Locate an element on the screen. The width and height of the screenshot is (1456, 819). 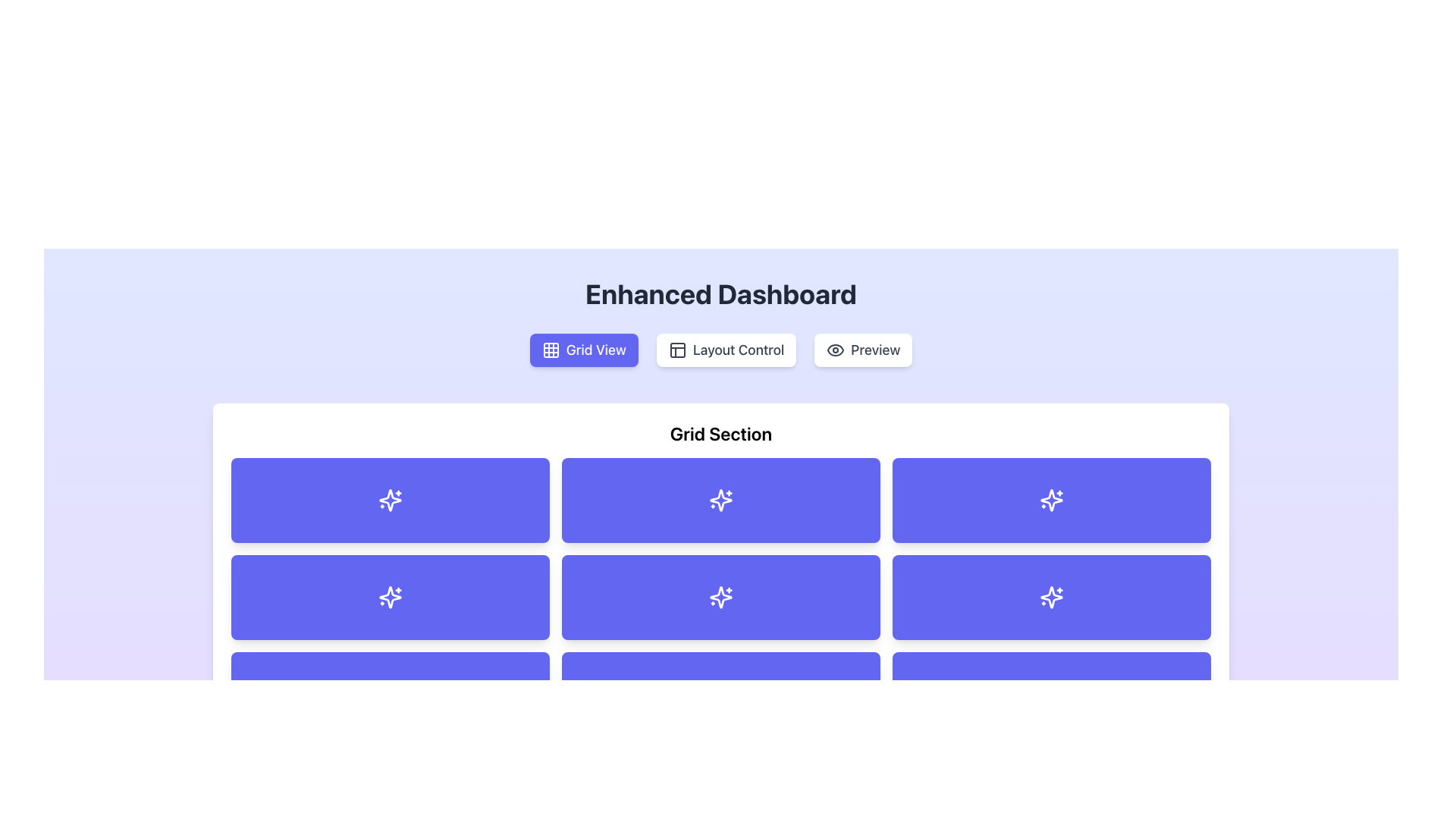
the small dashboard icon with a white background and dark border located in the center-left of the 'Layout Control' section, between 'Grid View' and 'Preview' is located at coordinates (676, 350).